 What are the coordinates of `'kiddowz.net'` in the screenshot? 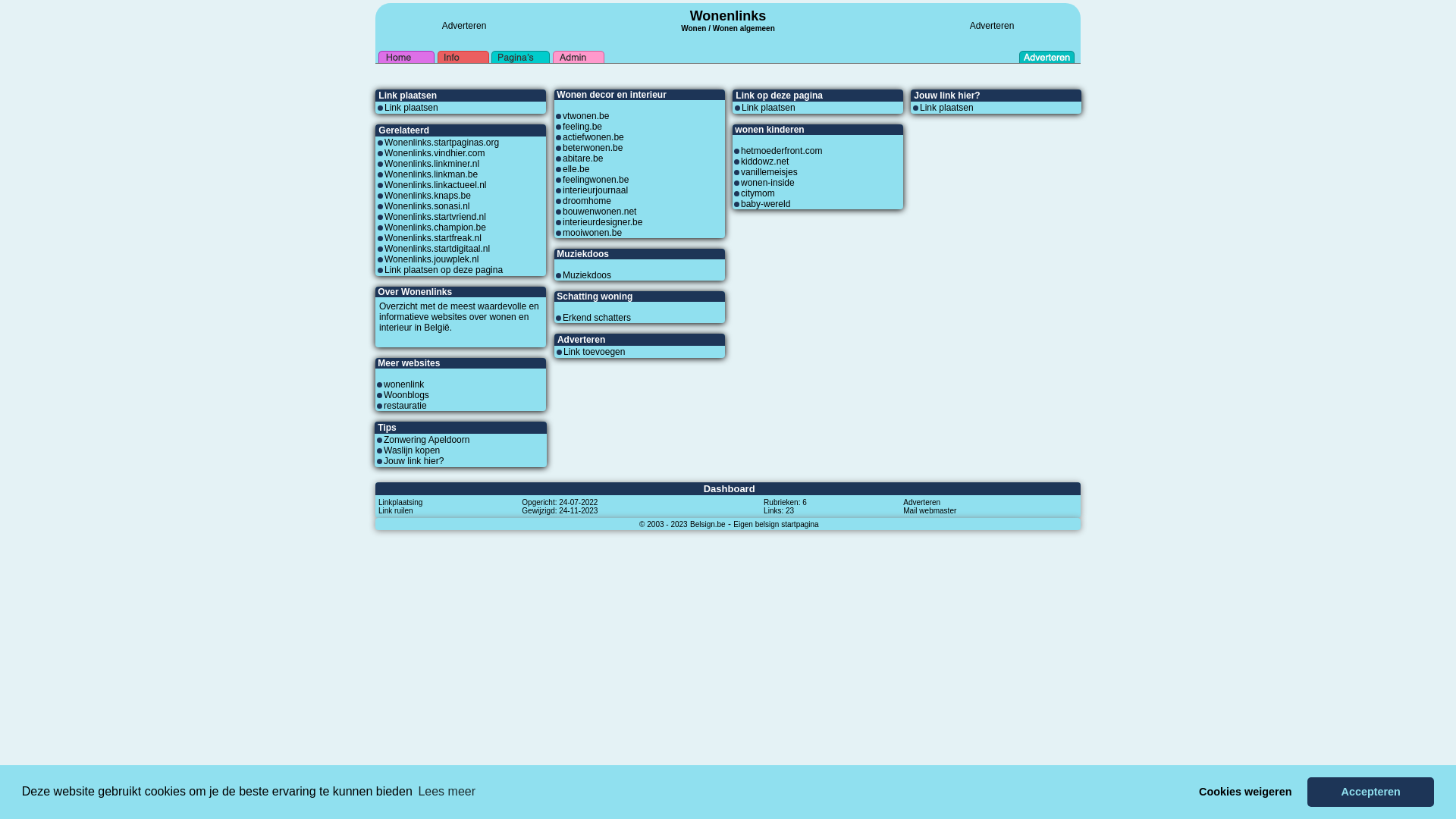 It's located at (741, 161).